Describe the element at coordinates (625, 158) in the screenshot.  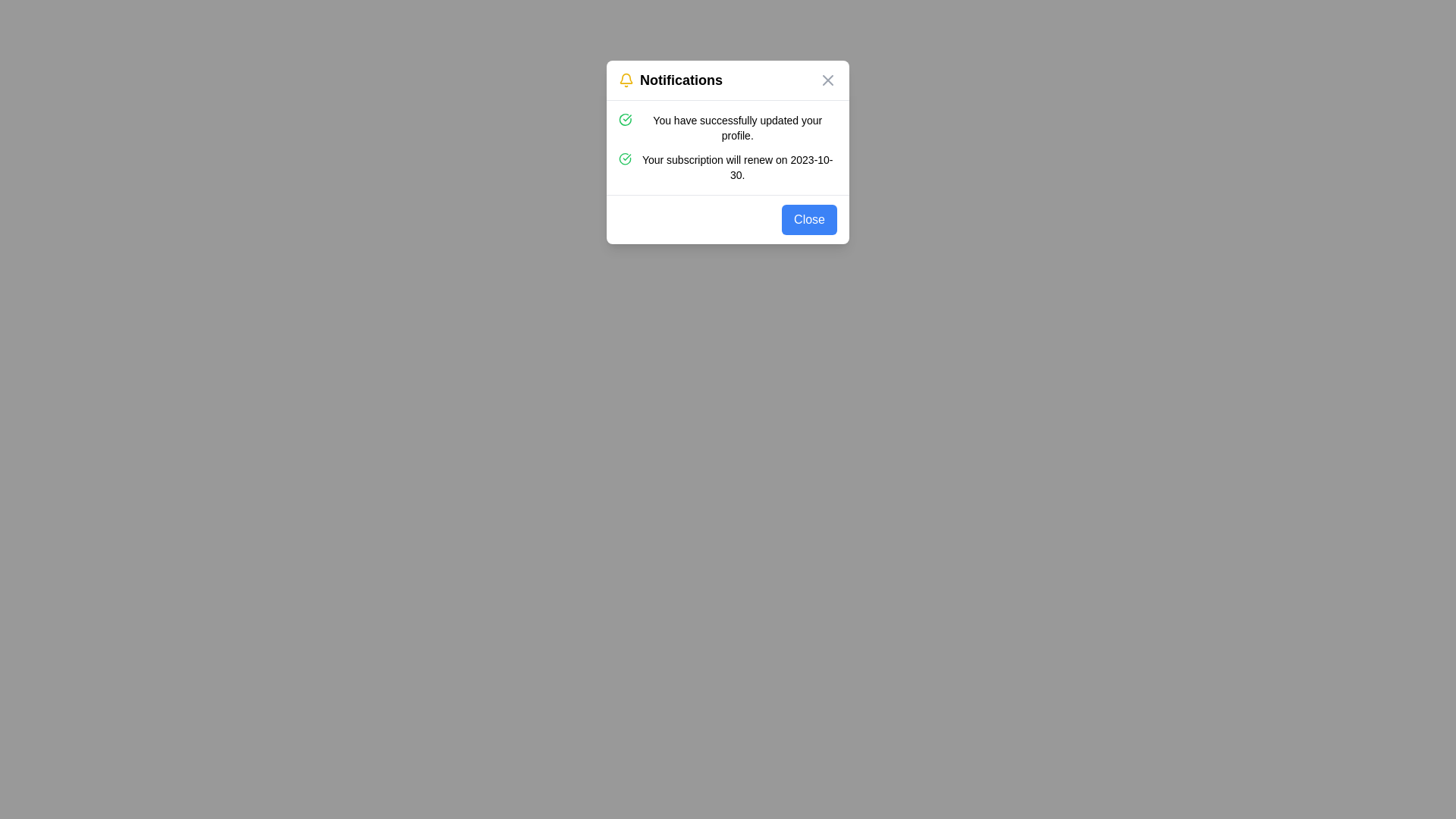
I see `the positive status icon located to the left of the text 'Your subscription will renew on 2023-10-30.'` at that location.